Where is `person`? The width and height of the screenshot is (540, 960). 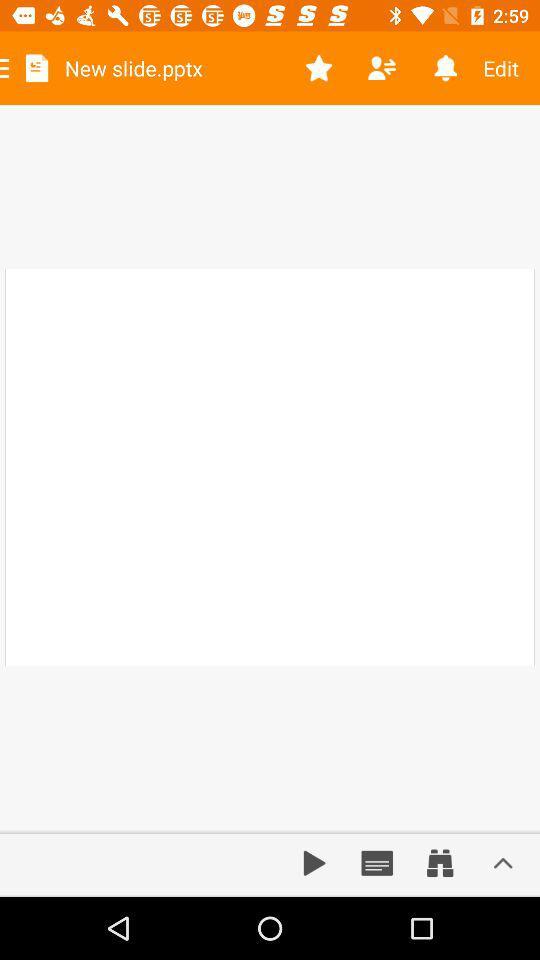 person is located at coordinates (382, 68).